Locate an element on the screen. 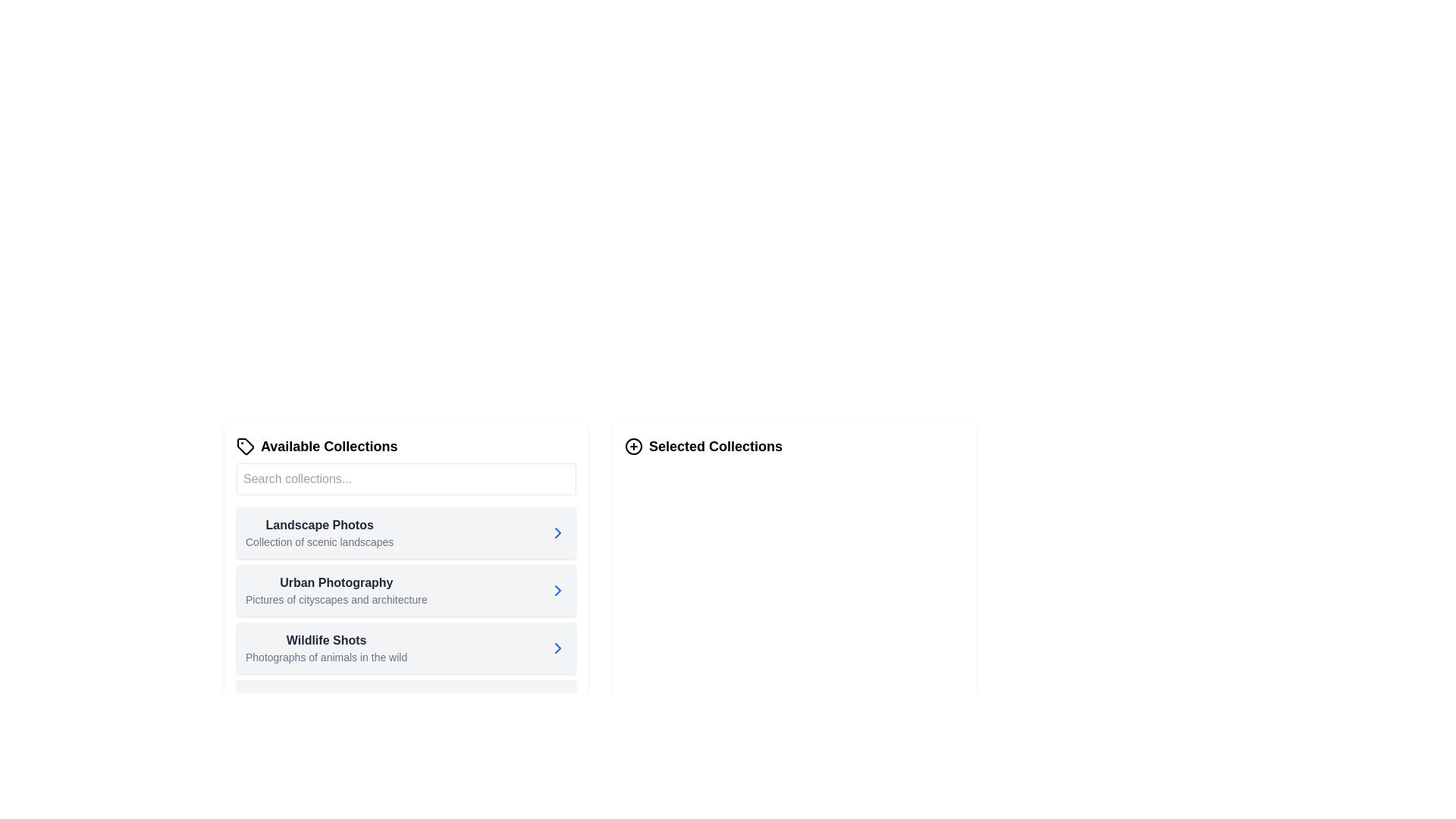 This screenshot has width=1456, height=819. the tagging or labeling icon located next to the 'Available Collections' header is located at coordinates (246, 446).